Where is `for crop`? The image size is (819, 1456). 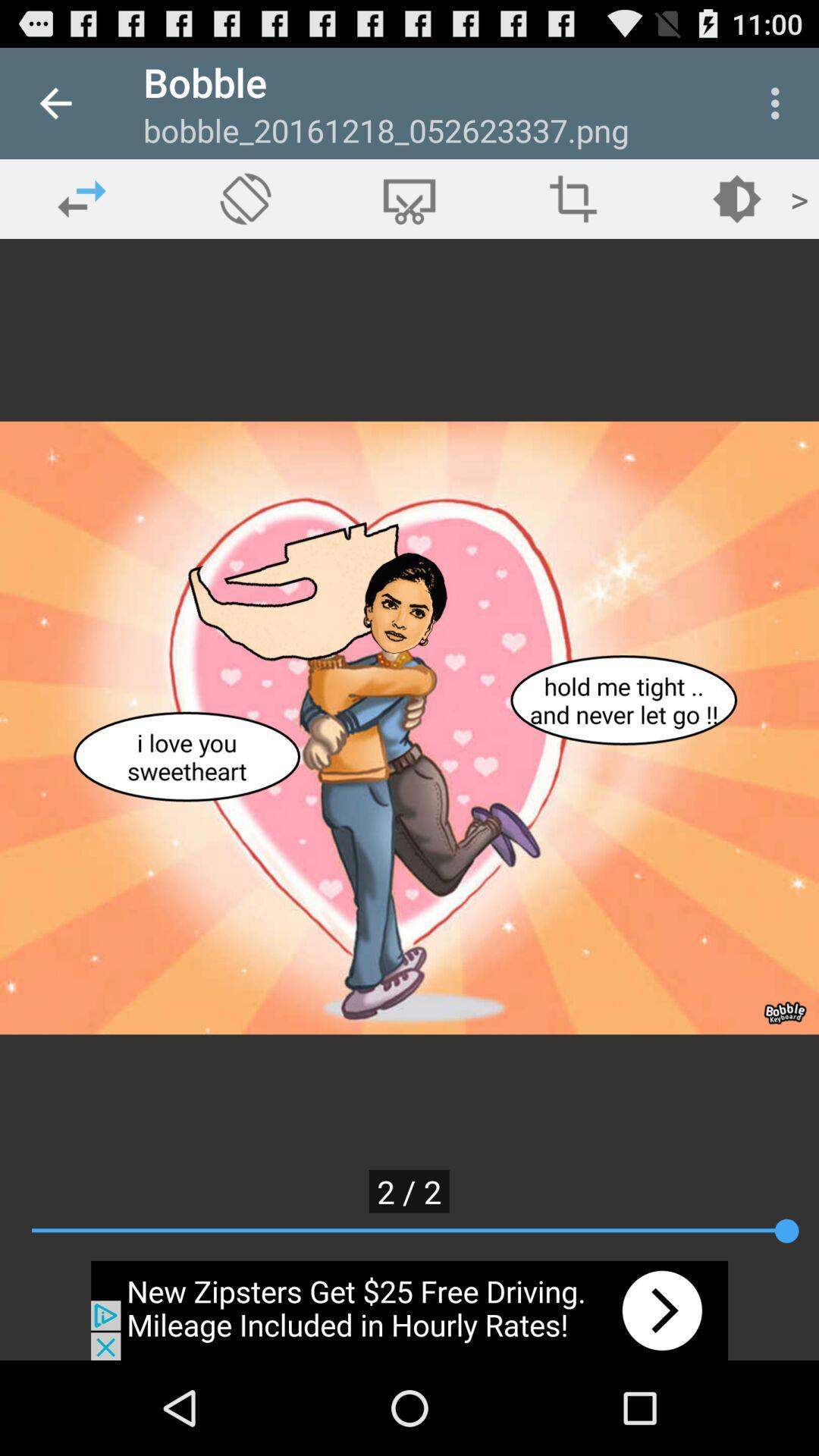 for crop is located at coordinates (409, 198).